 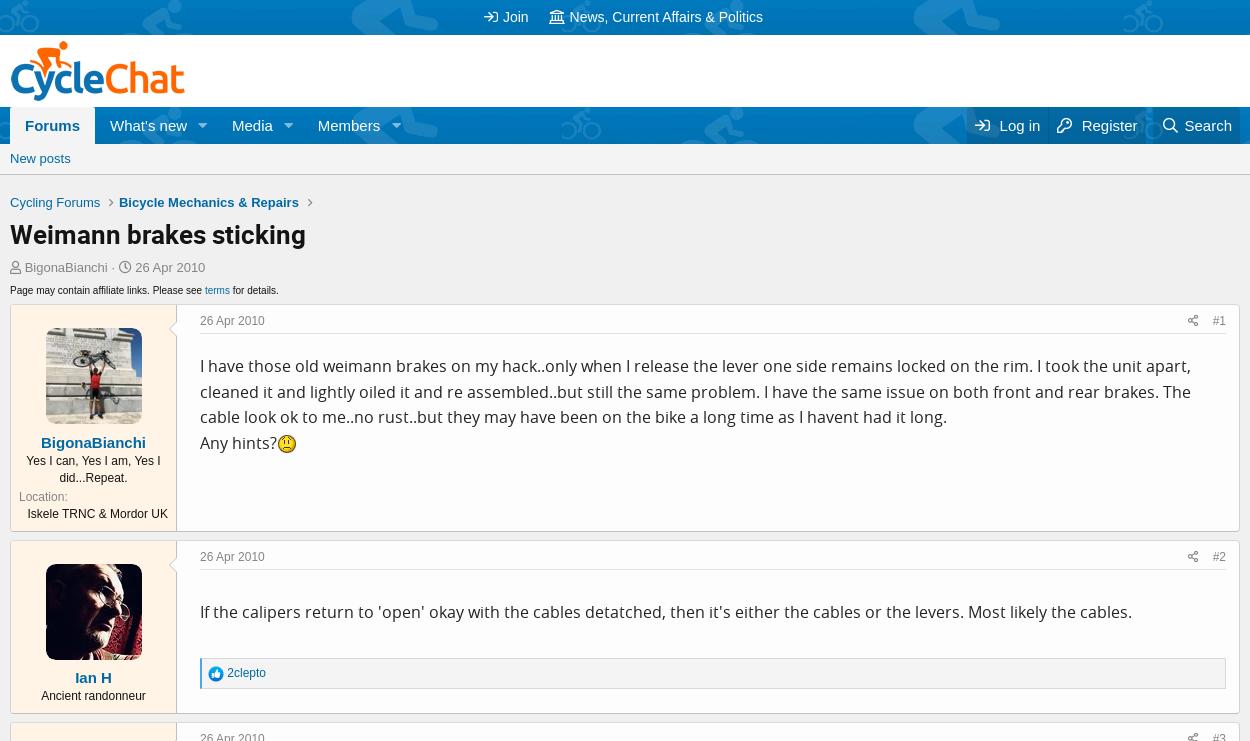 What do you see at coordinates (237, 442) in the screenshot?
I see `'Any hints?'` at bounding box center [237, 442].